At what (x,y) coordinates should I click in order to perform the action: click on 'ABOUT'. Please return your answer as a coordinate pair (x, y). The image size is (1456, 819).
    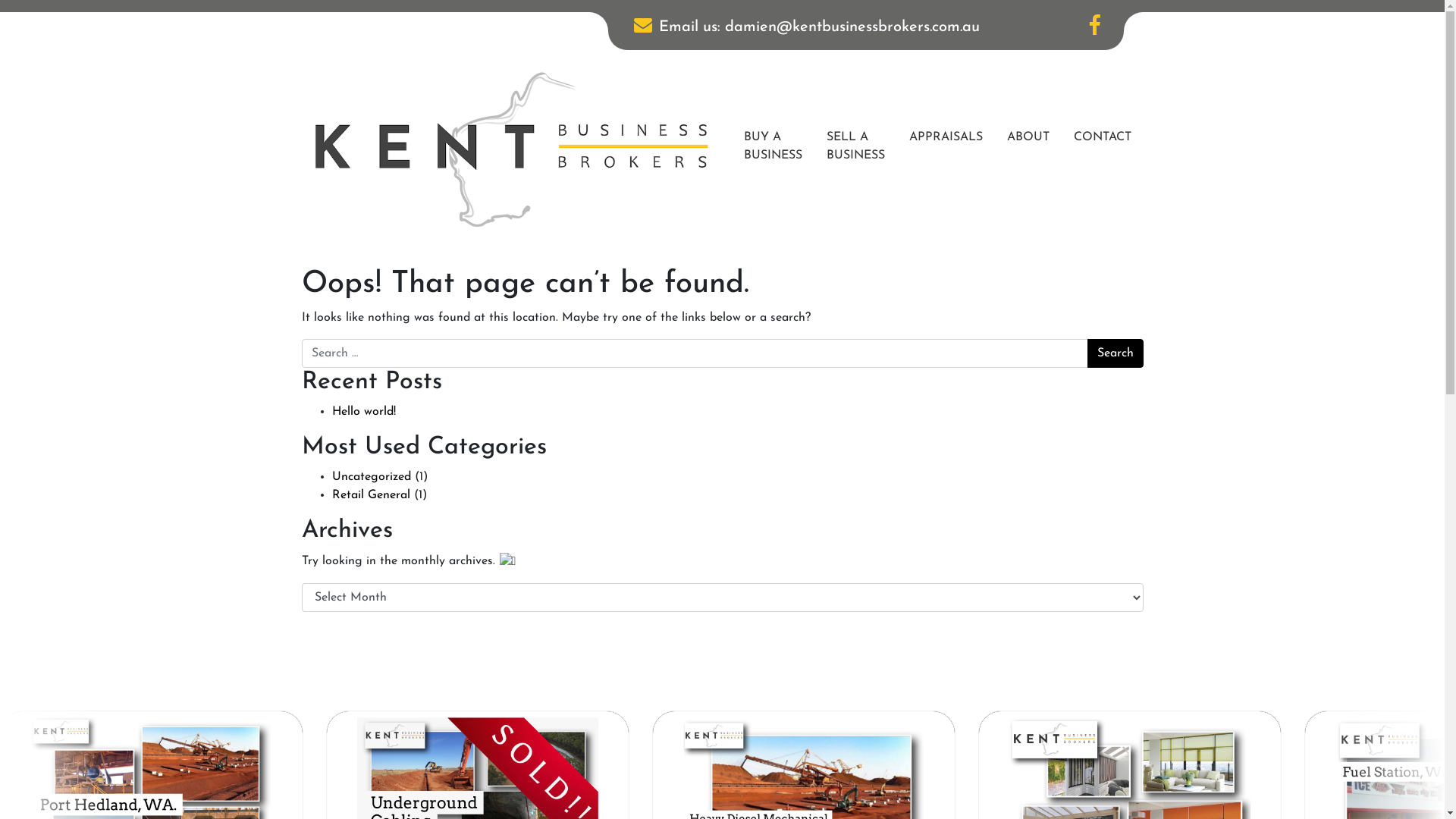
    Looking at the image, I should click on (1028, 137).